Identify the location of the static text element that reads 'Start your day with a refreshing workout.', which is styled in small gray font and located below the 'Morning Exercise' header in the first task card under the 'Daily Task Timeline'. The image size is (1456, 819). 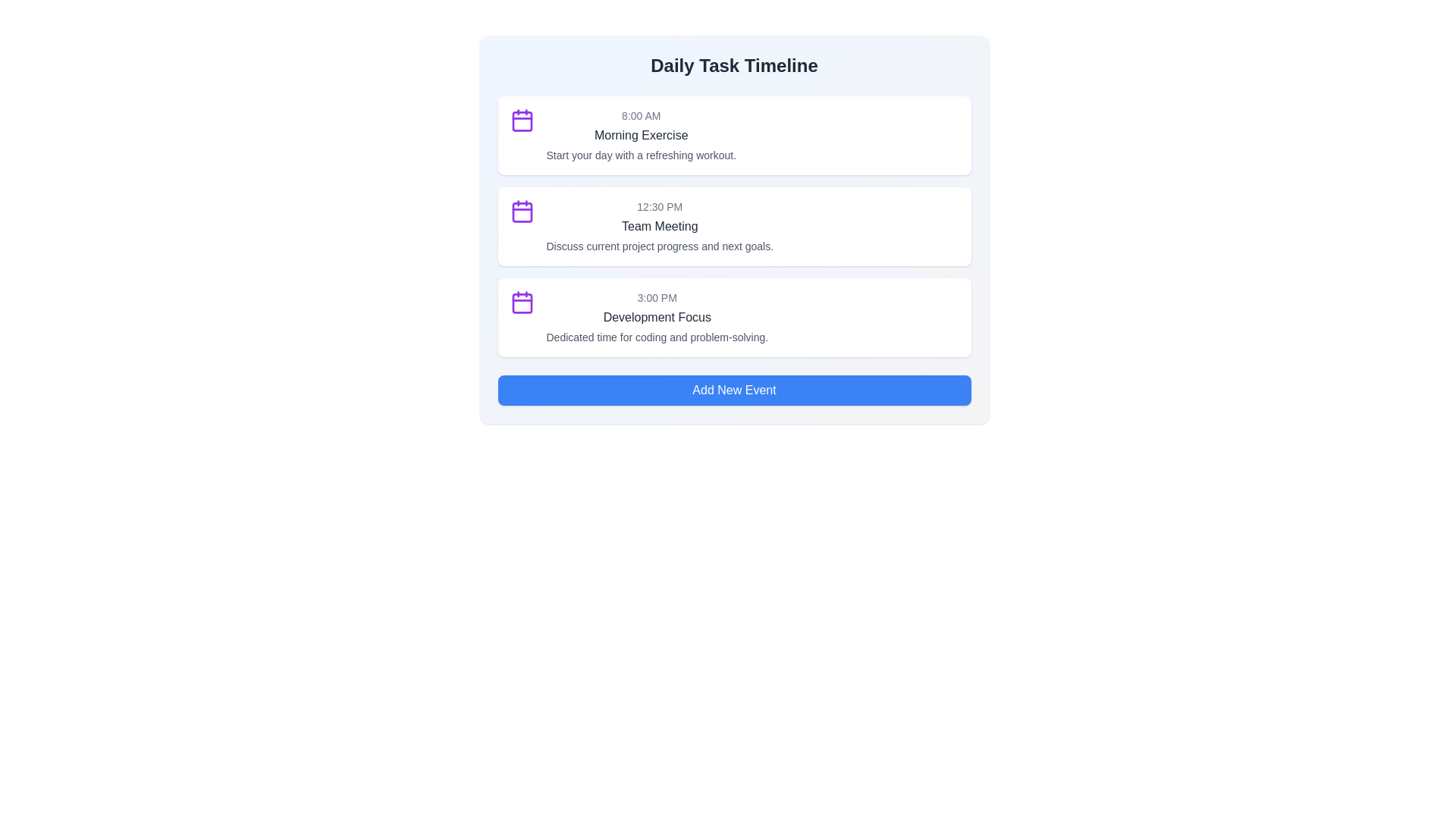
(641, 155).